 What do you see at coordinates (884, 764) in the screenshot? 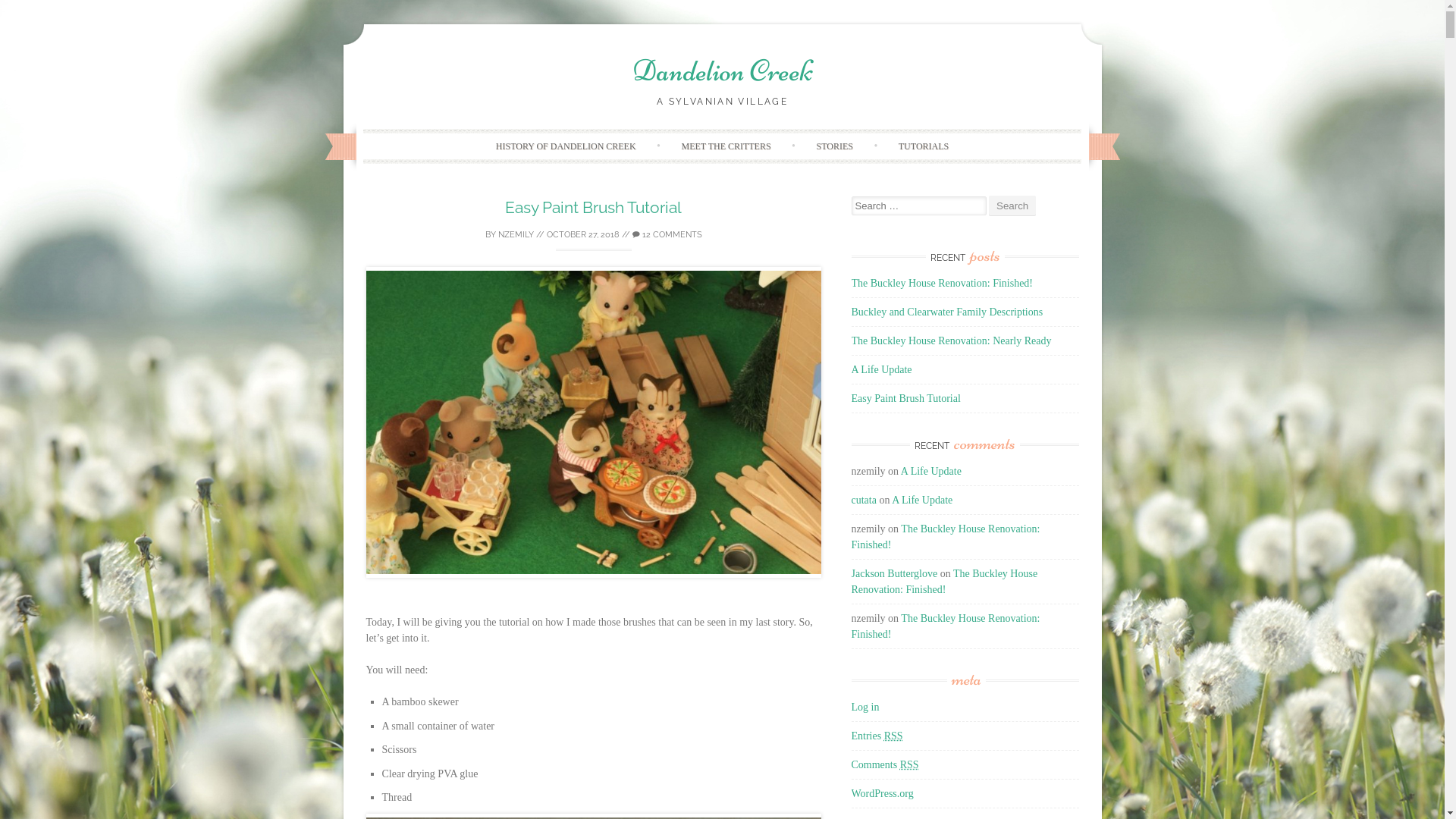
I see `'Comments RSS'` at bounding box center [884, 764].